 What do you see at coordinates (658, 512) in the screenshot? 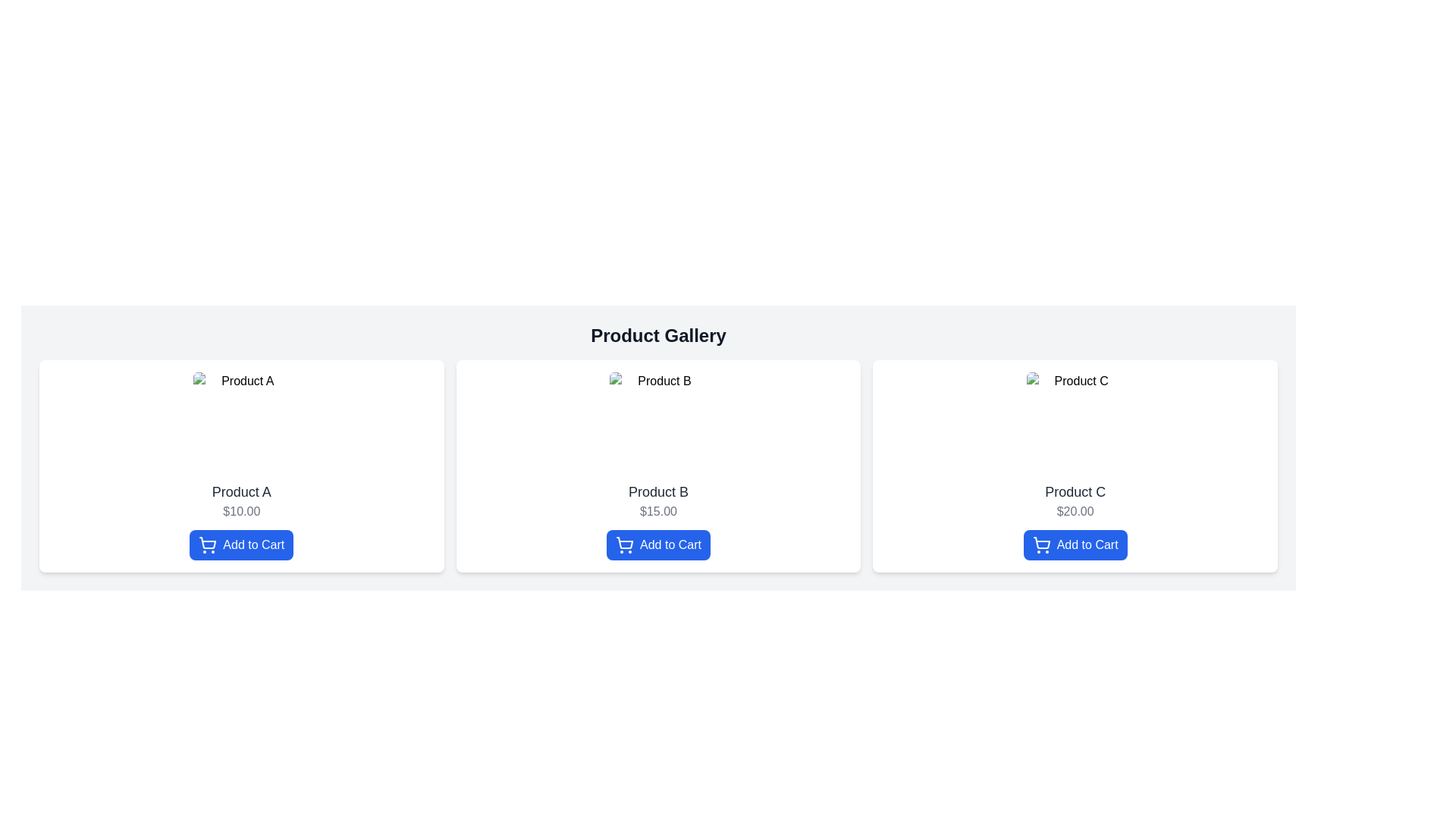
I see `the static price label located in the second product card, positioned below the product name and above the 'Add to Cart' button` at bounding box center [658, 512].